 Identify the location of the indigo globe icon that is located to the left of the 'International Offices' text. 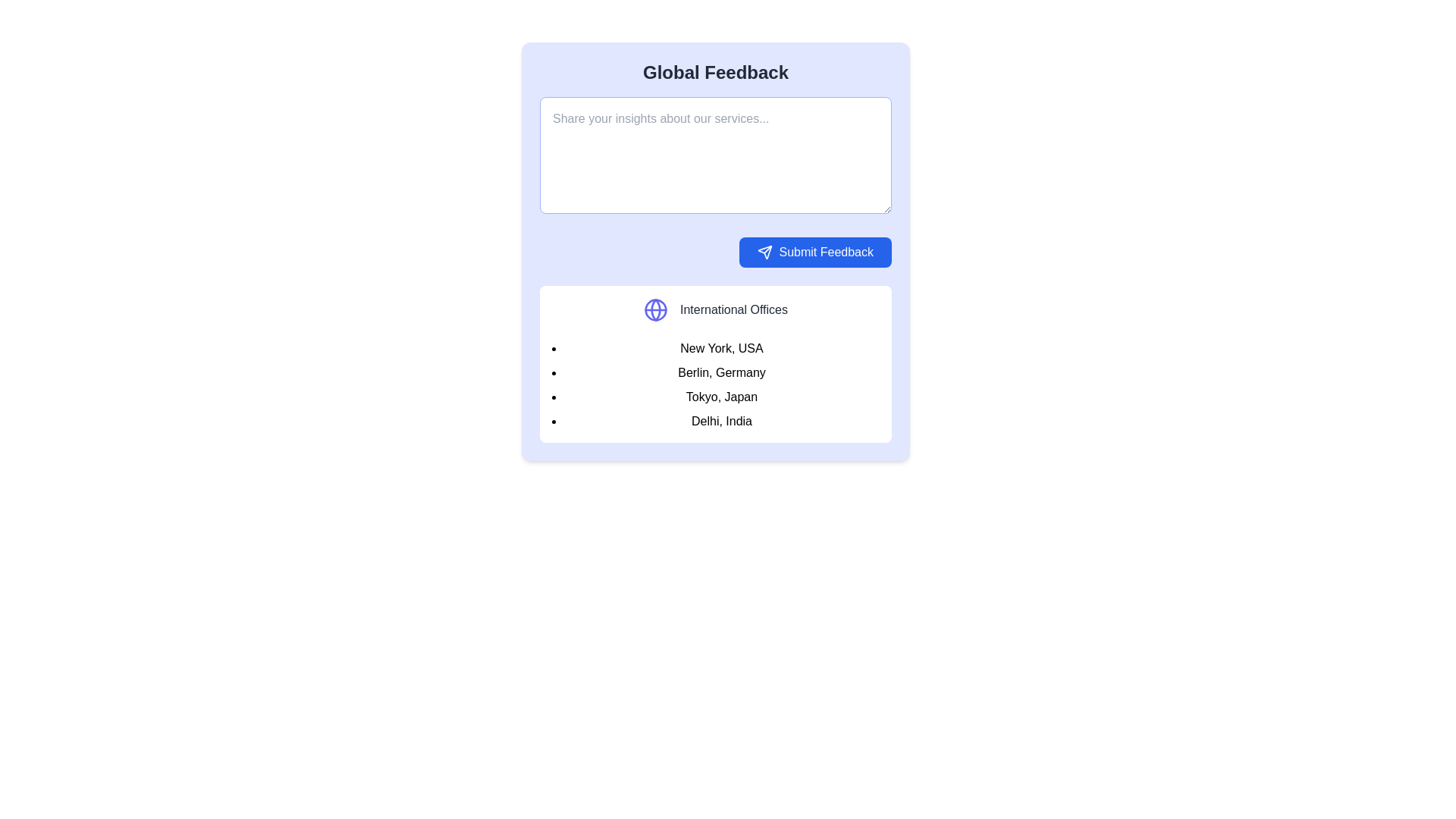
(655, 309).